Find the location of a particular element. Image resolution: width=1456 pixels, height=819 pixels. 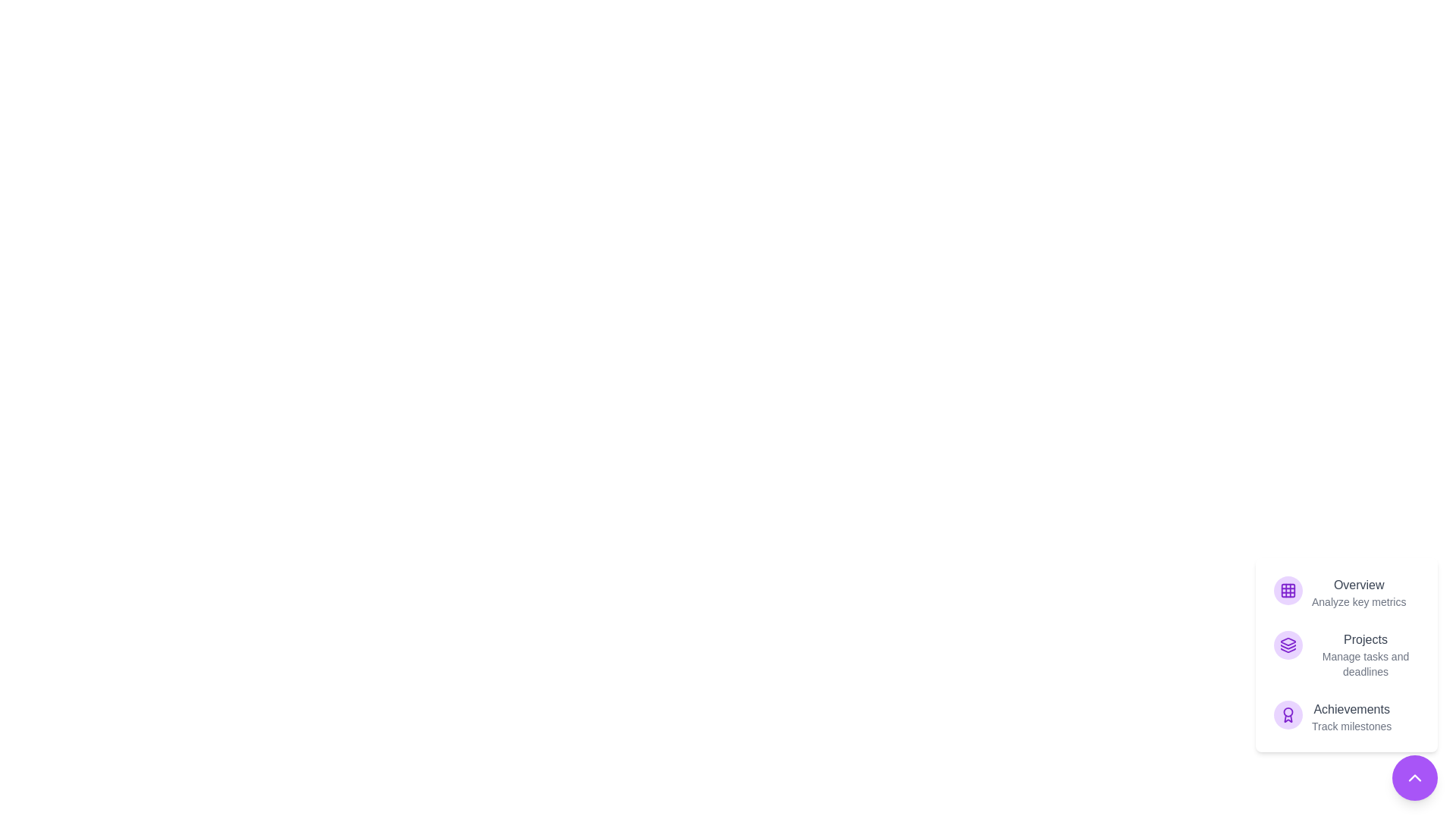

the item labeled Projects to observe its hover effect is located at coordinates (1347, 654).